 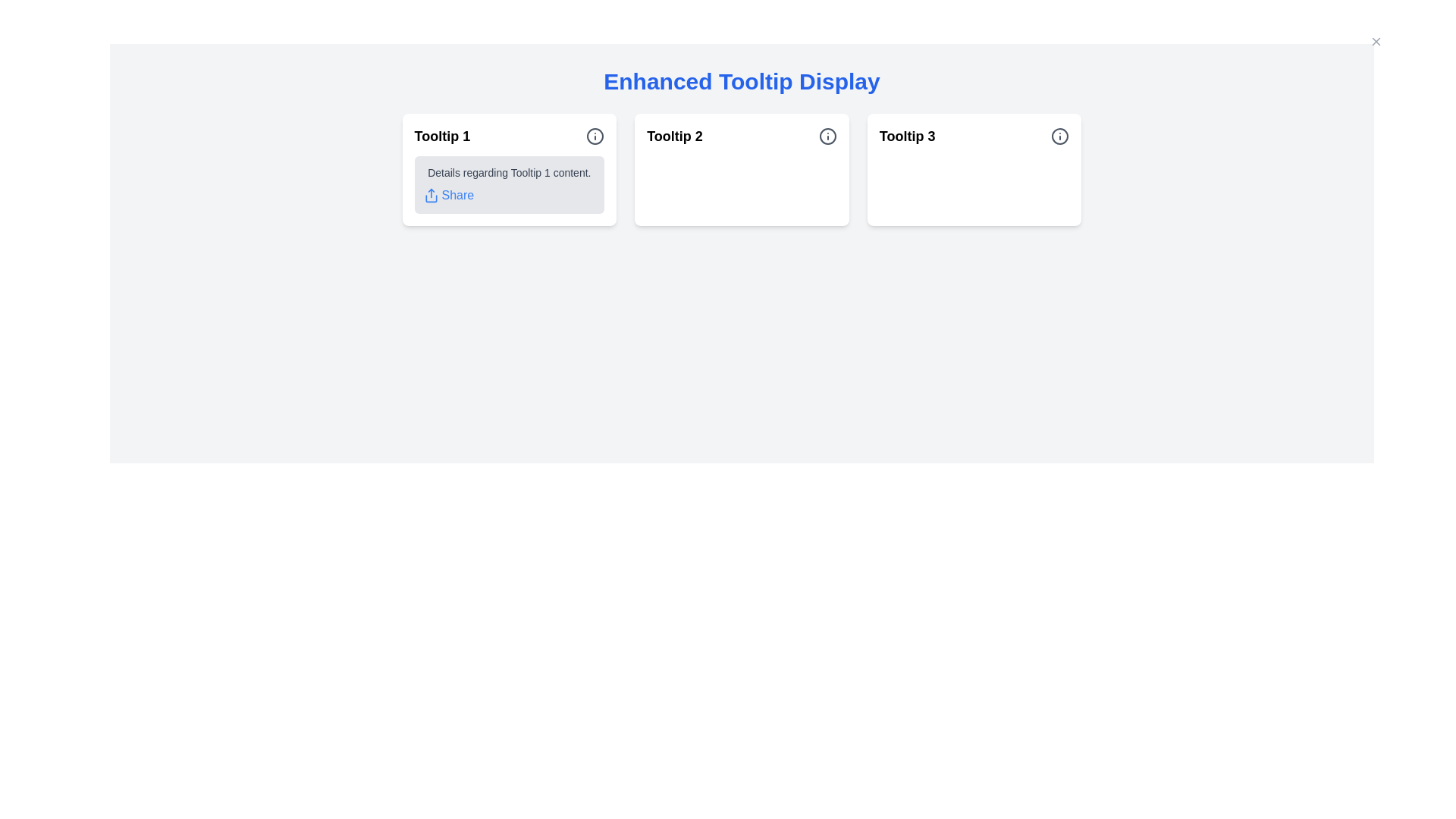 What do you see at coordinates (673, 136) in the screenshot?
I see `the bold text label reading 'Tooltip 2', which is centrally located between the cards labeled 'Tooltip 1' and 'Tooltip 3'` at bounding box center [673, 136].